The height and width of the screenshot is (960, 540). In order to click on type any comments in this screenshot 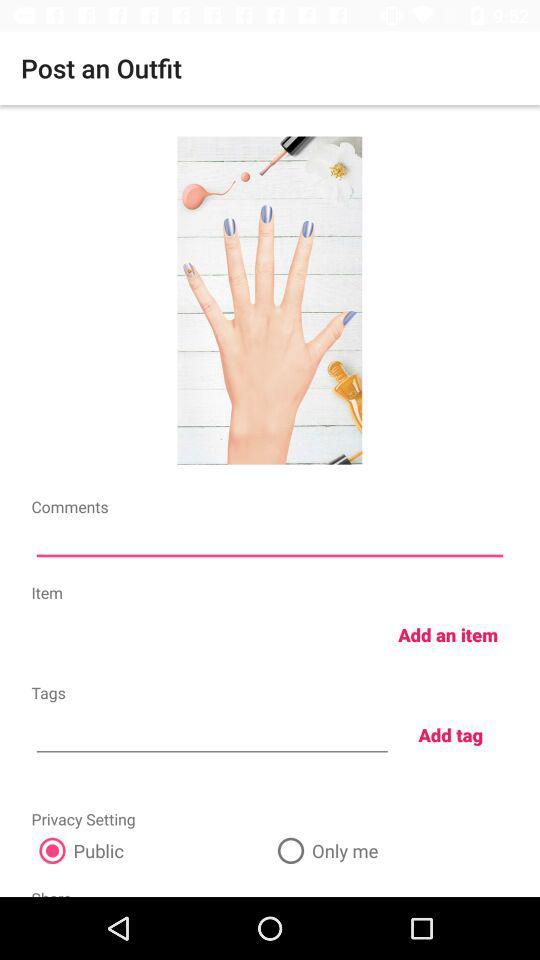, I will do `click(270, 541)`.